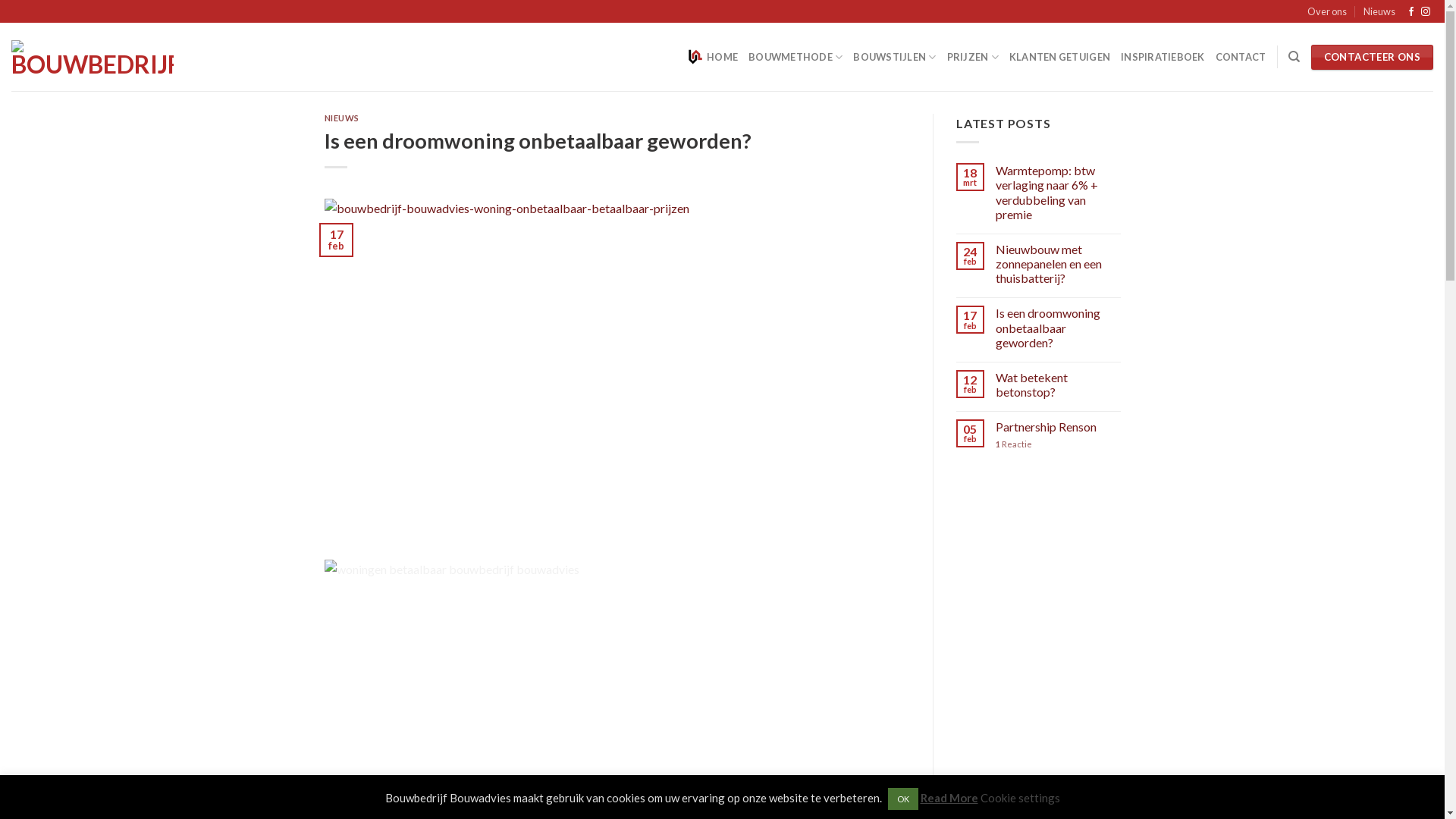 Image resolution: width=1456 pixels, height=819 pixels. Describe the element at coordinates (1306, 11) in the screenshot. I see `'Over ons'` at that location.